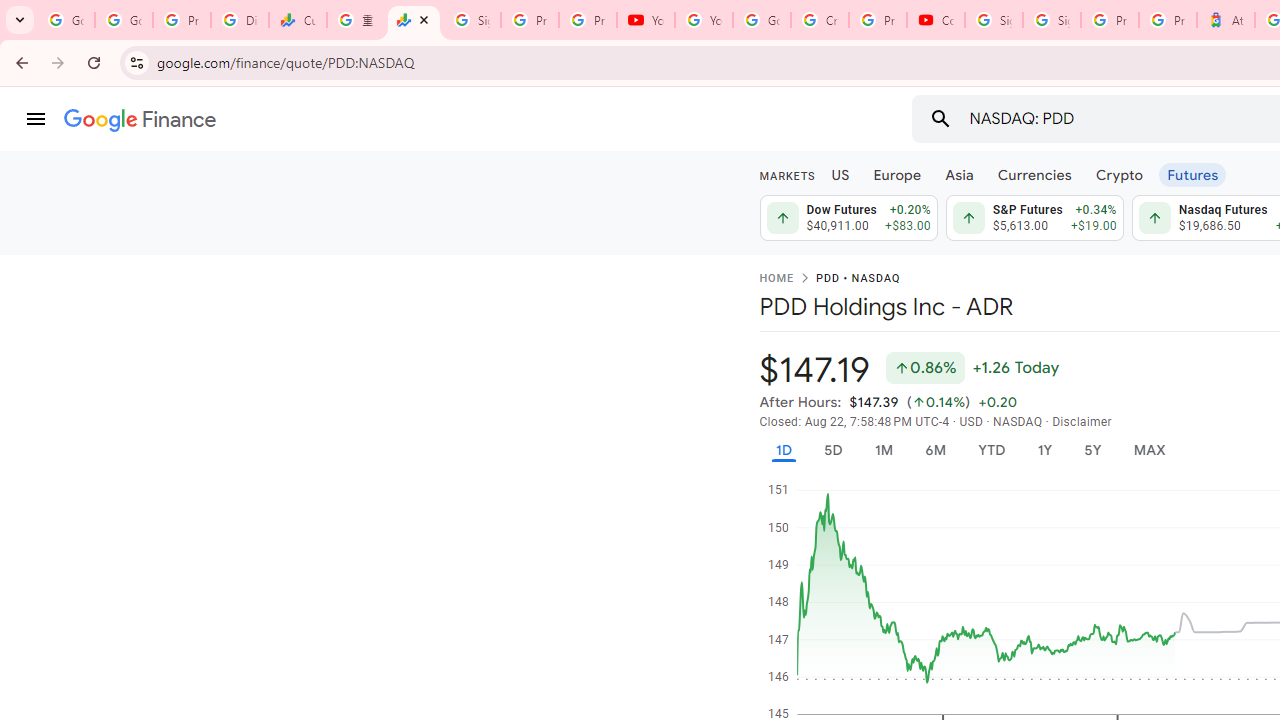  Describe the element at coordinates (135, 61) in the screenshot. I see `'View site information'` at that location.